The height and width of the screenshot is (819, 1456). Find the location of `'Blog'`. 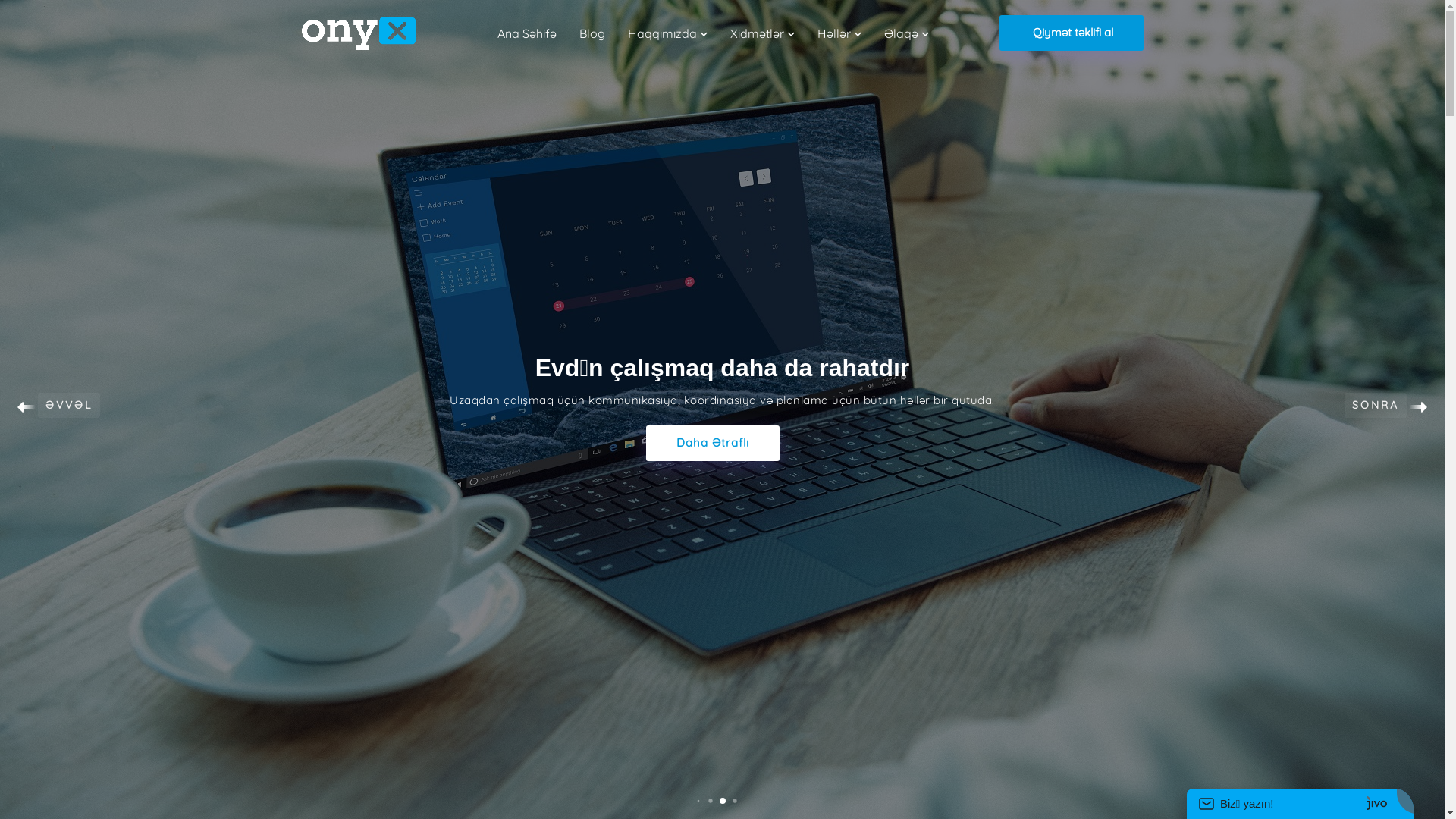

'Blog' is located at coordinates (591, 33).